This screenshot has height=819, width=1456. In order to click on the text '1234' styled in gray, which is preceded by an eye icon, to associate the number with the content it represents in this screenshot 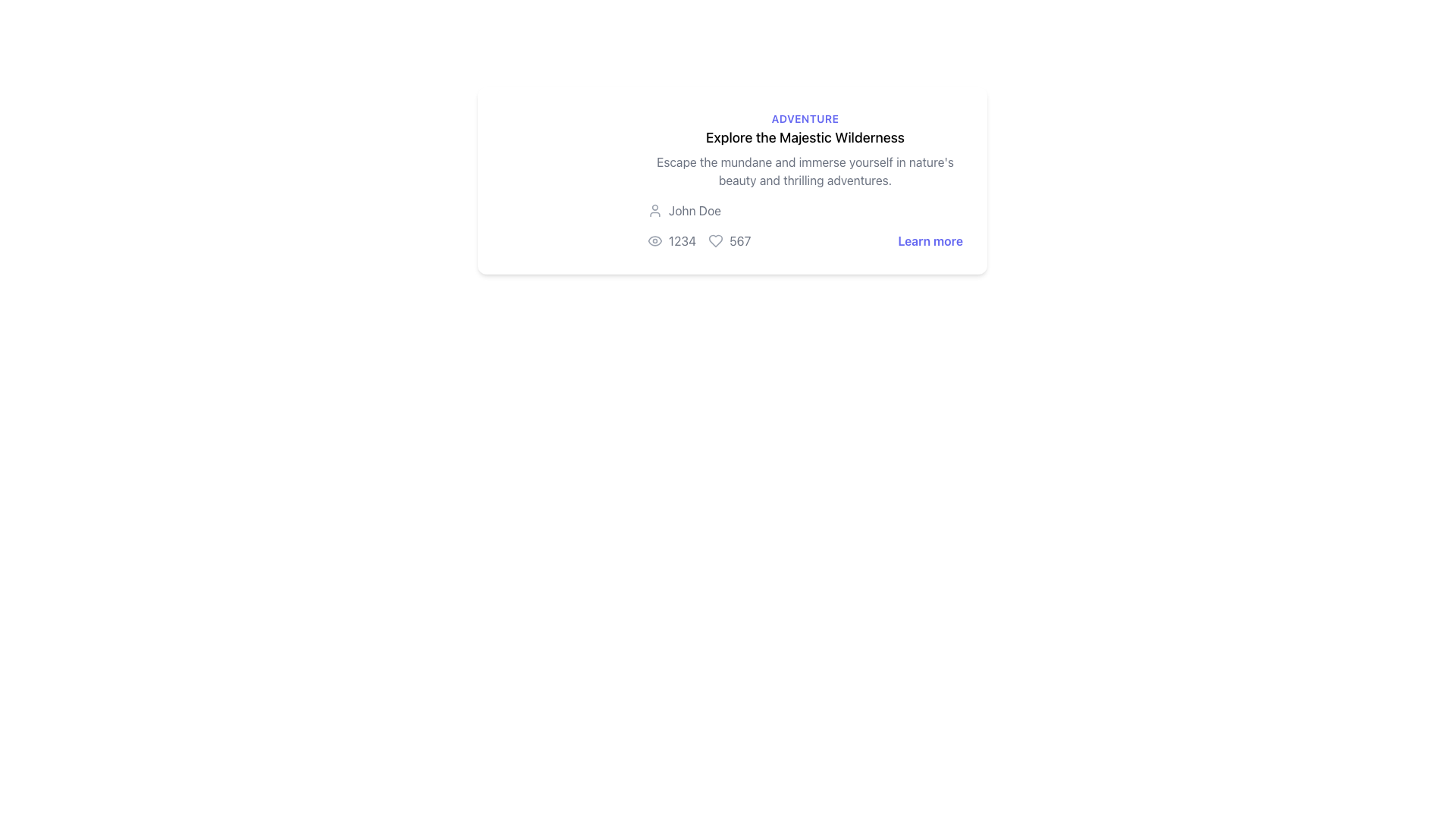, I will do `click(671, 240)`.